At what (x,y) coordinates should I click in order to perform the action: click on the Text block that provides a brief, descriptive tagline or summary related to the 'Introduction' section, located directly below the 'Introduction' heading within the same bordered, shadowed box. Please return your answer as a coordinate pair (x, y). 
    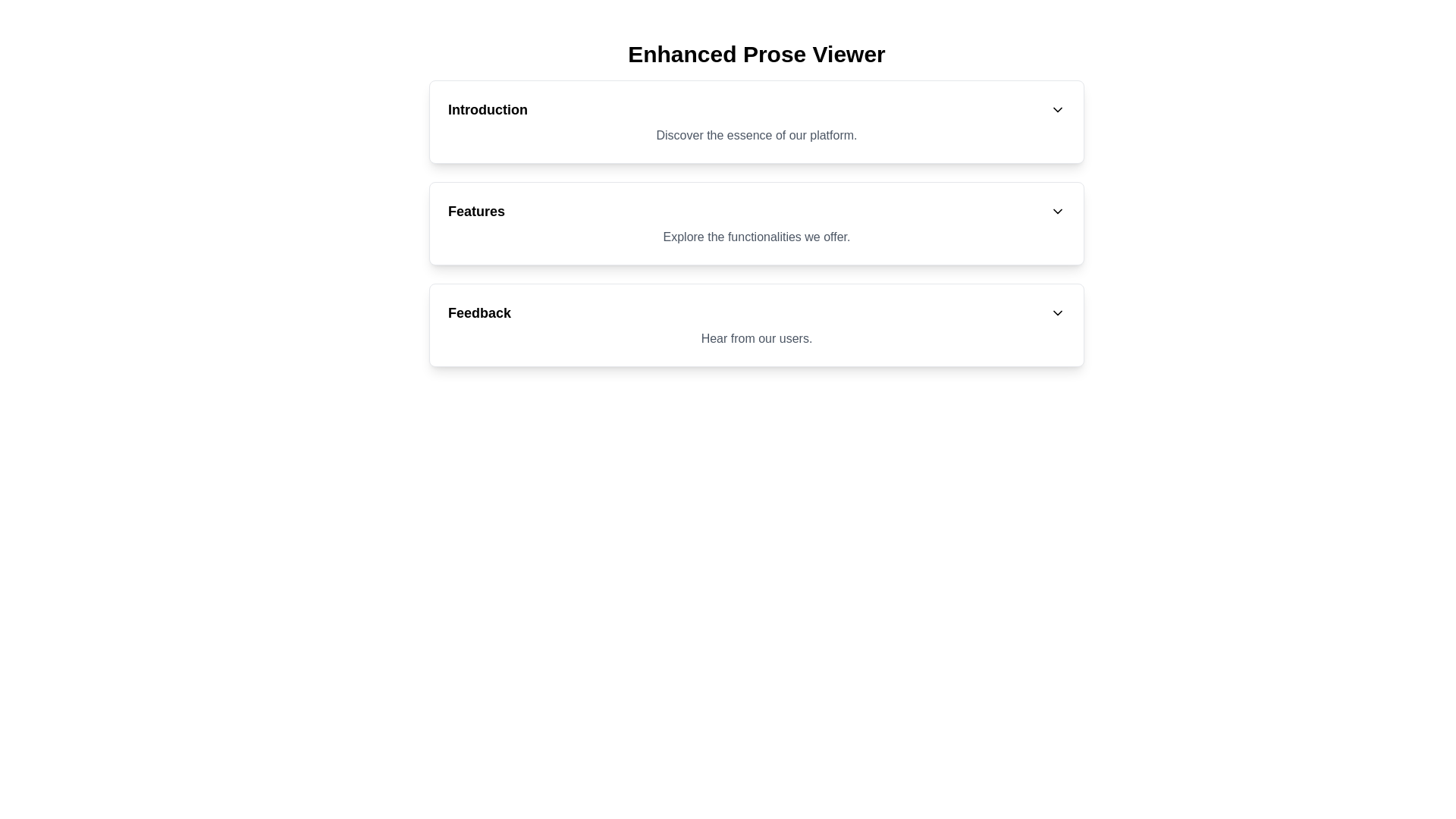
    Looking at the image, I should click on (757, 134).